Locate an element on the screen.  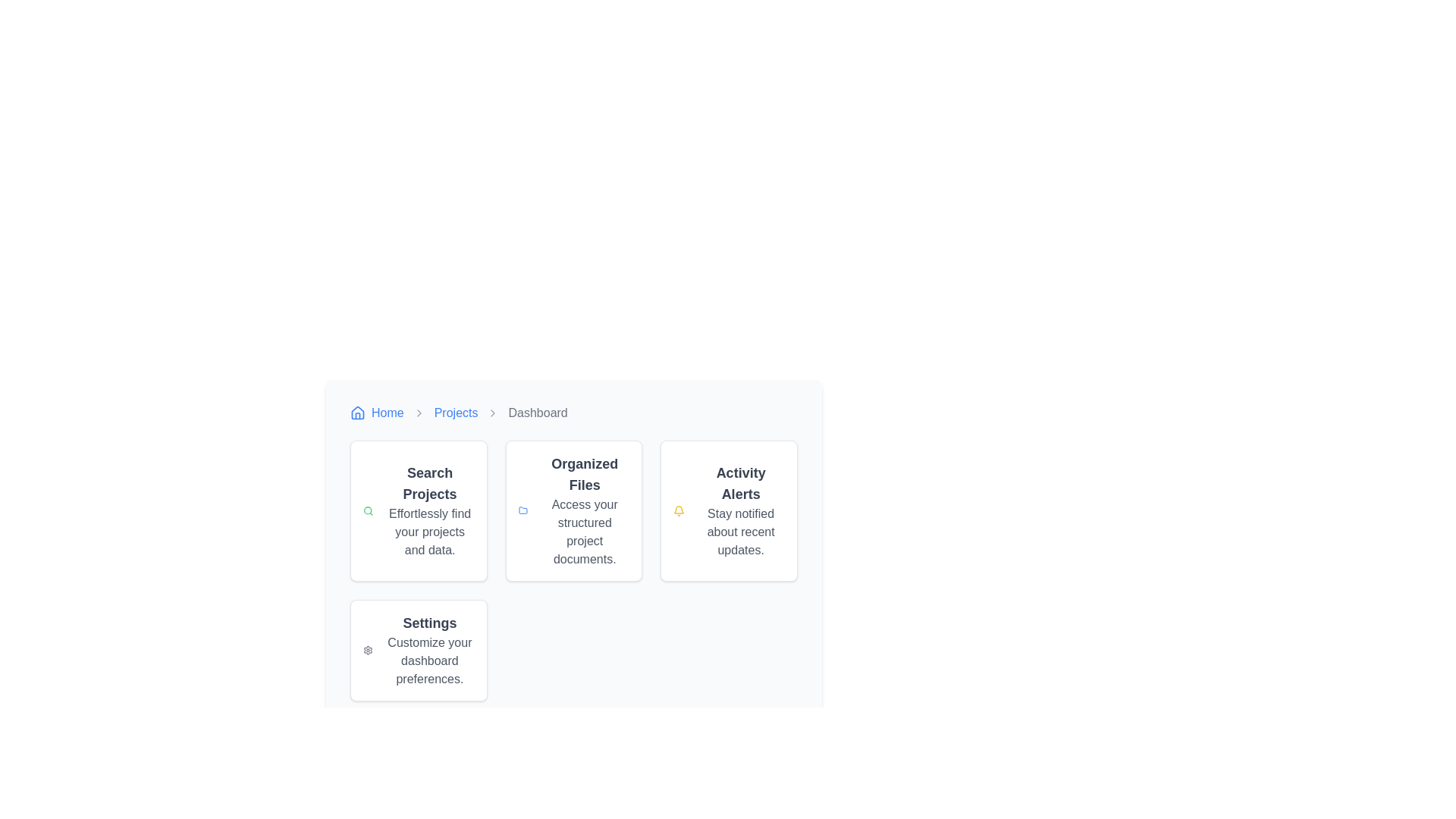
the decorative SVG graphic icon representing a folder in the 'Organized Files' section of the UI is located at coordinates (522, 510).